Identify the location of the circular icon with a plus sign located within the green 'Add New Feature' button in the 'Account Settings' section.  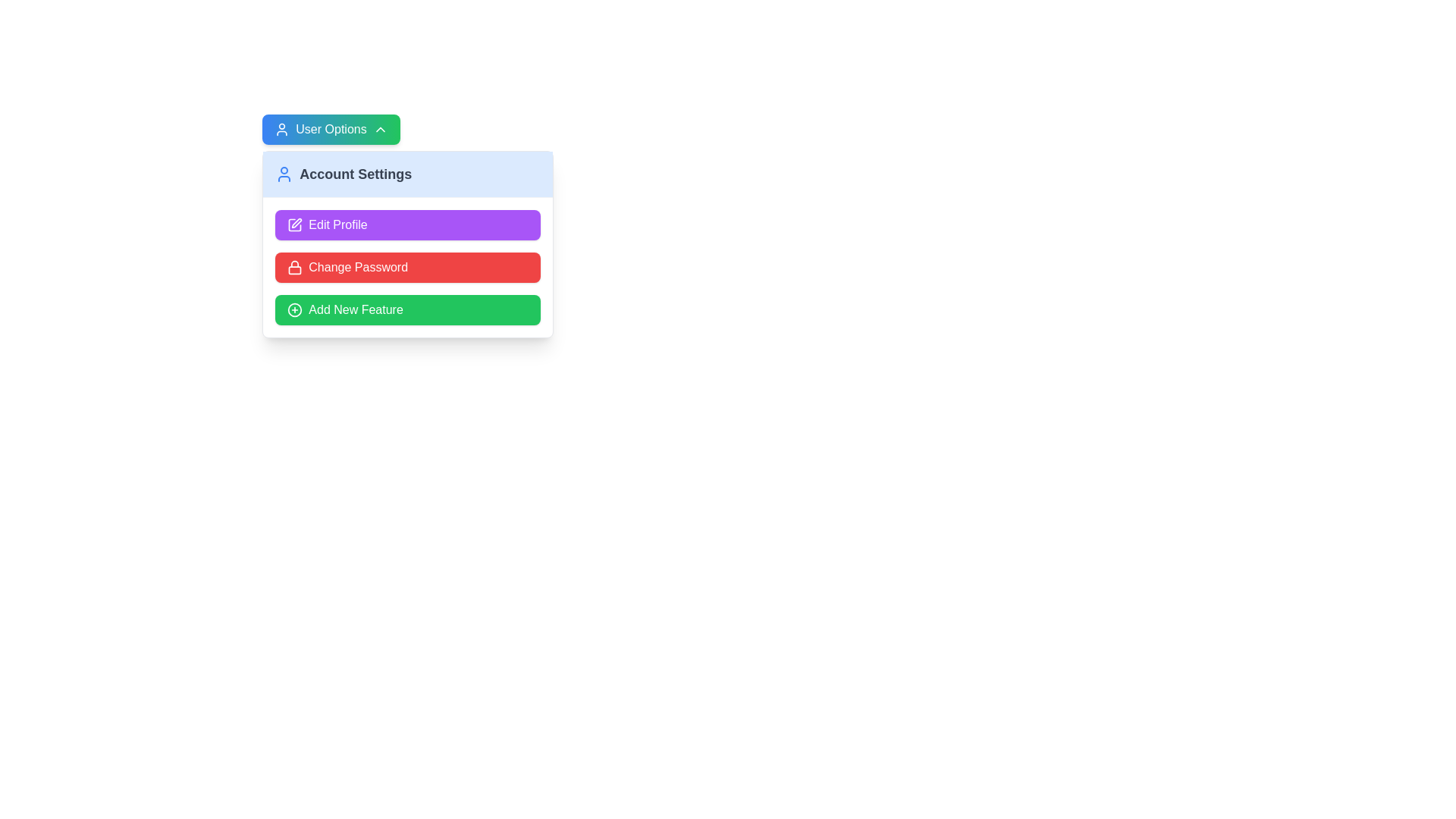
(295, 309).